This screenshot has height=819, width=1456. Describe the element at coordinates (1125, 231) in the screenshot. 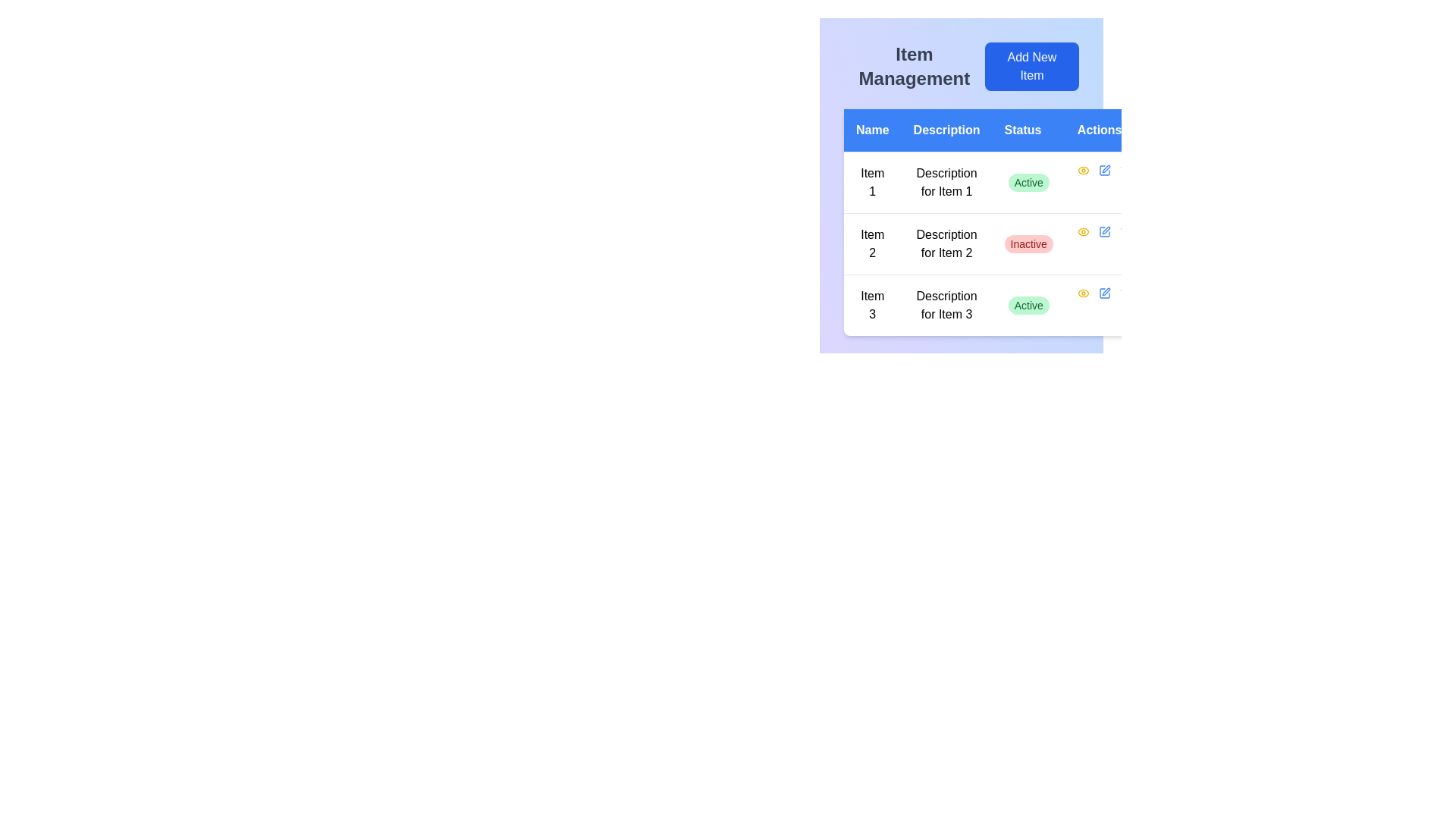

I see `the delete button located in the 'Actions' column of the second row of the table` at that location.